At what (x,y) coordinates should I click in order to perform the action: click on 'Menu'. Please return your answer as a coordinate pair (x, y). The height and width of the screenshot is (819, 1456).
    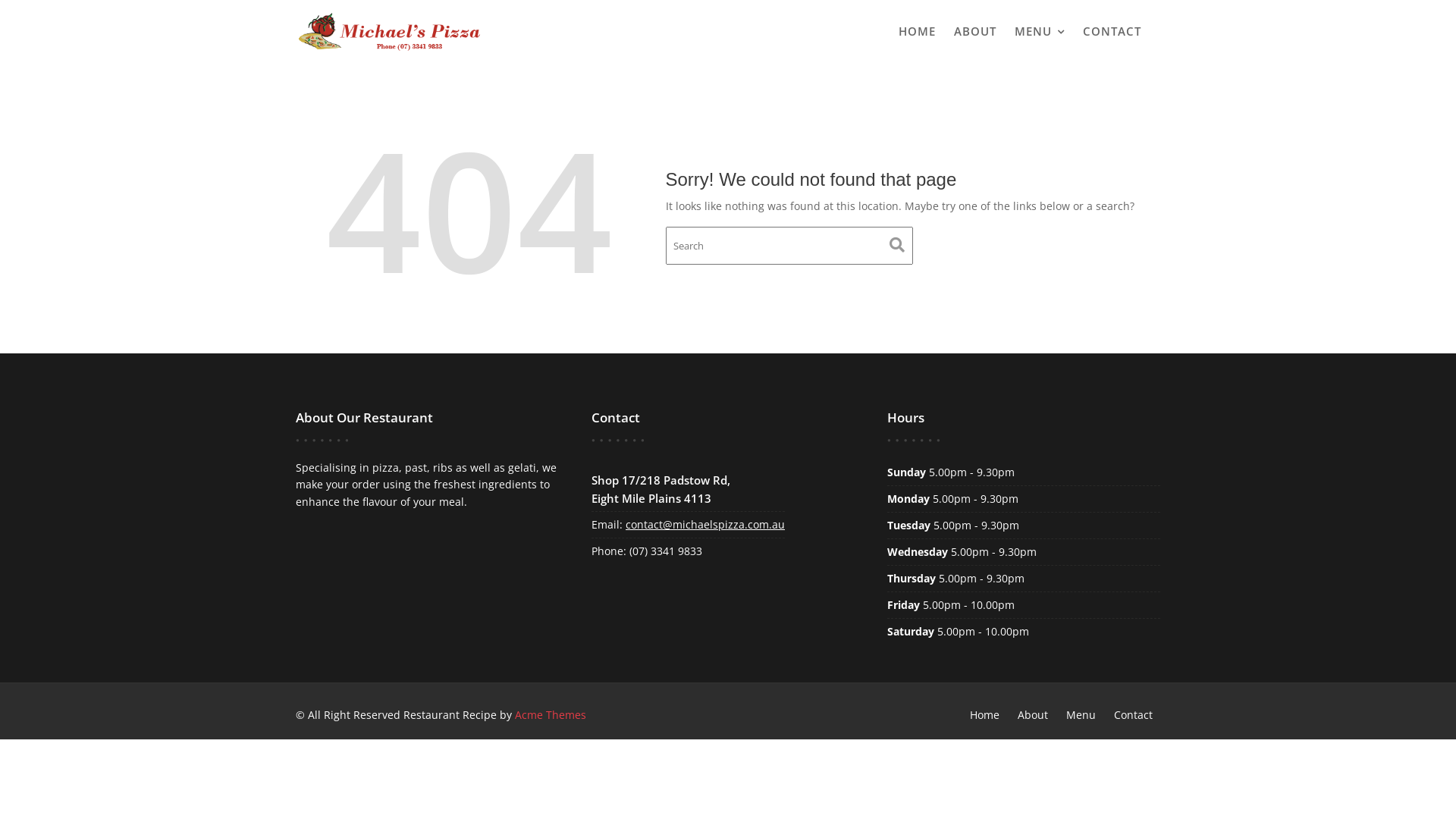
    Looking at the image, I should click on (1080, 714).